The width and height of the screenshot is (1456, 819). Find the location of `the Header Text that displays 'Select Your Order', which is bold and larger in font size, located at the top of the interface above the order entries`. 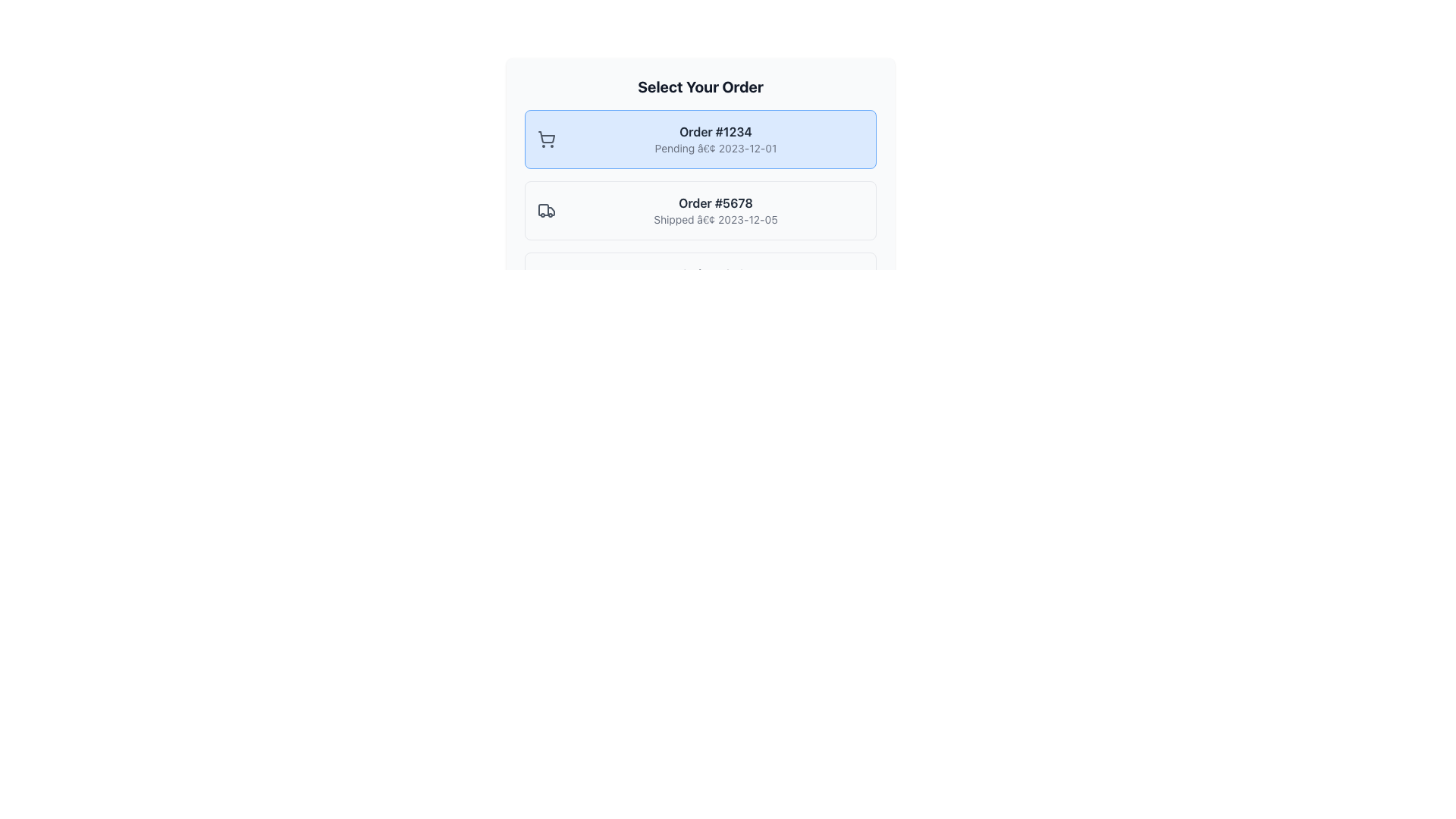

the Header Text that displays 'Select Your Order', which is bold and larger in font size, located at the top of the interface above the order entries is located at coordinates (700, 87).